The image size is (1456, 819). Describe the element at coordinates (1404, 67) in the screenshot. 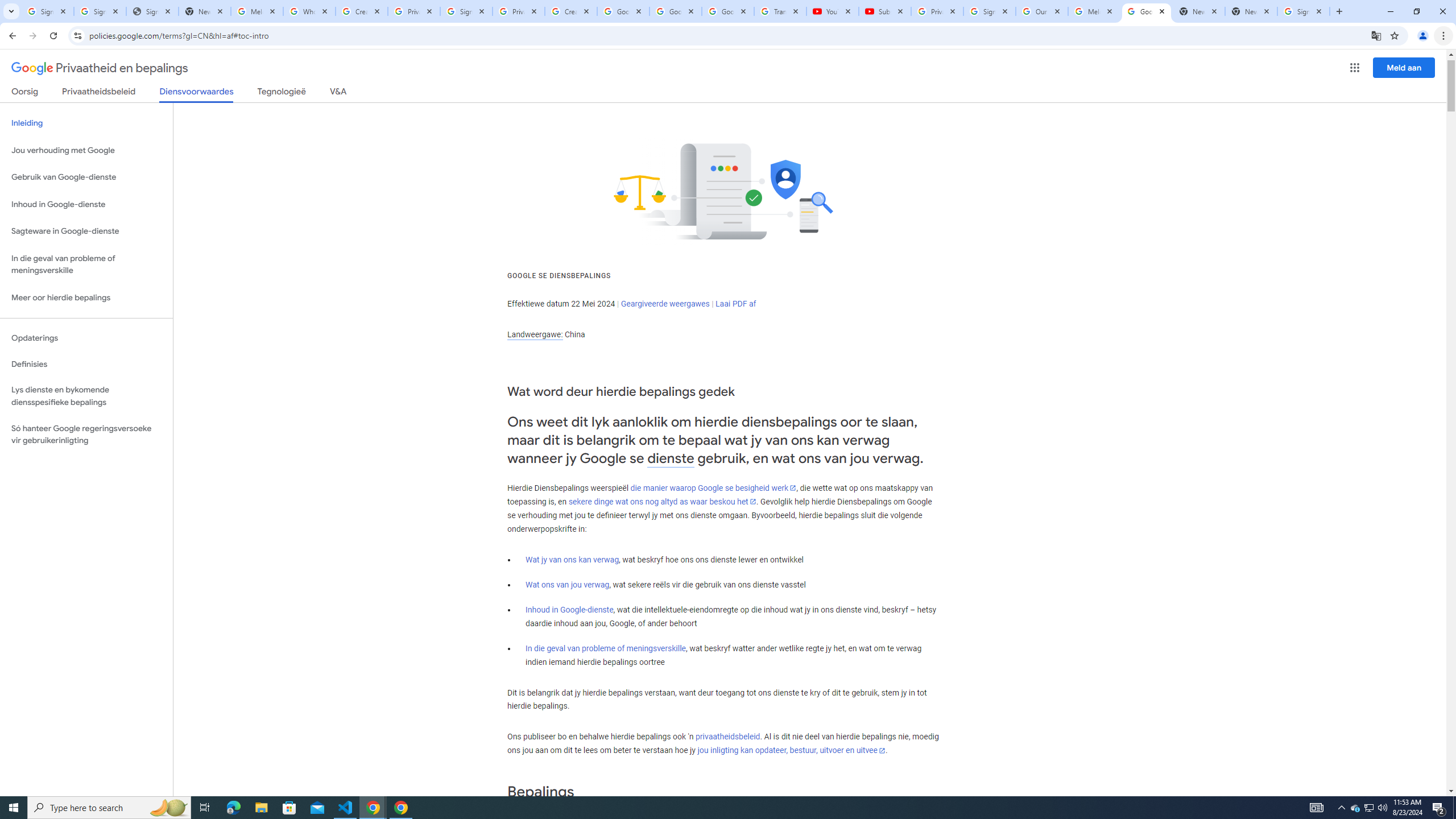

I see `'Meld aan'` at that location.